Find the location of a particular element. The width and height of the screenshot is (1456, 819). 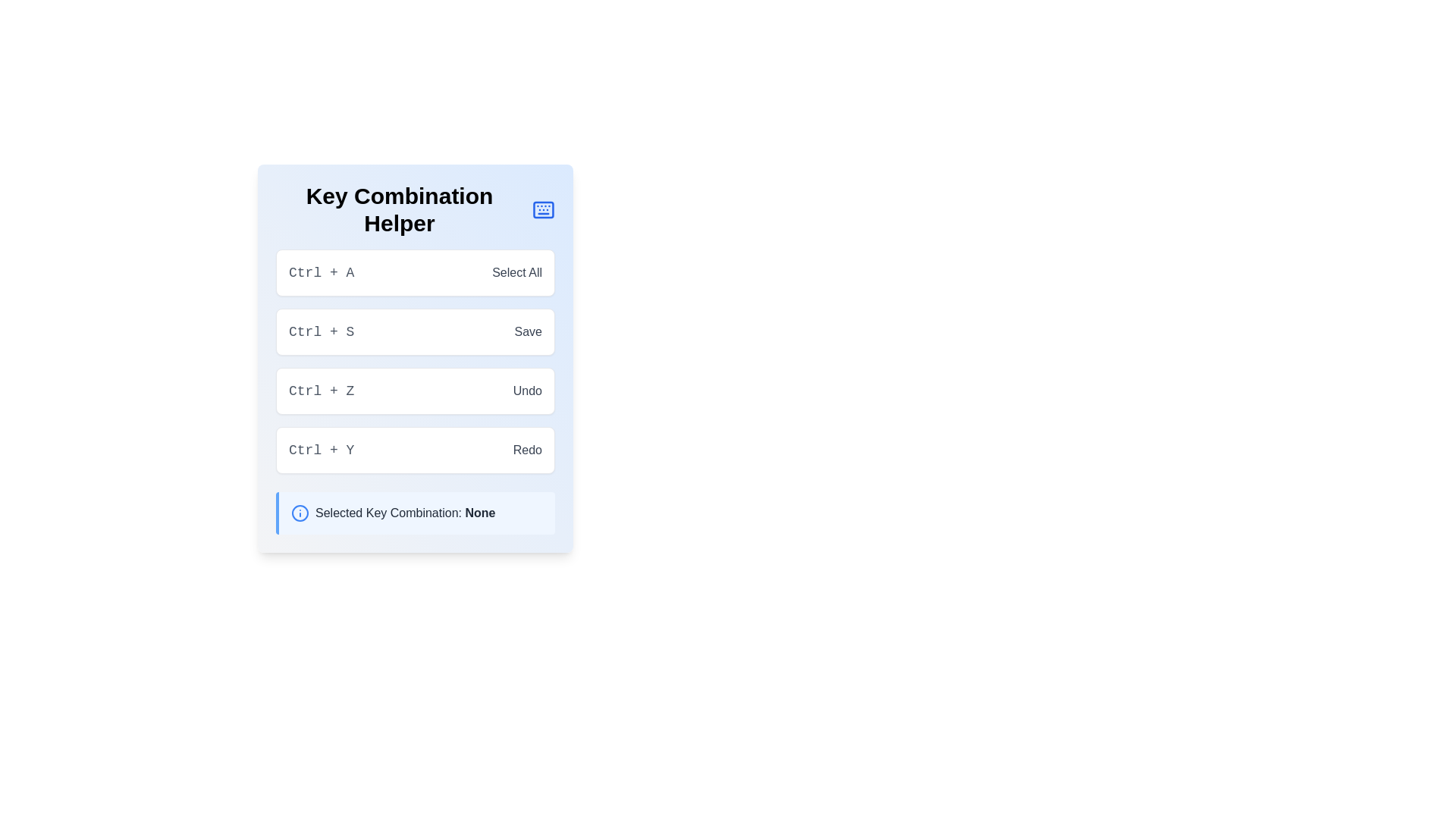

the blue keyboard icon located at the top-right corner of the 'Key Combination Helper' section is located at coordinates (543, 210).